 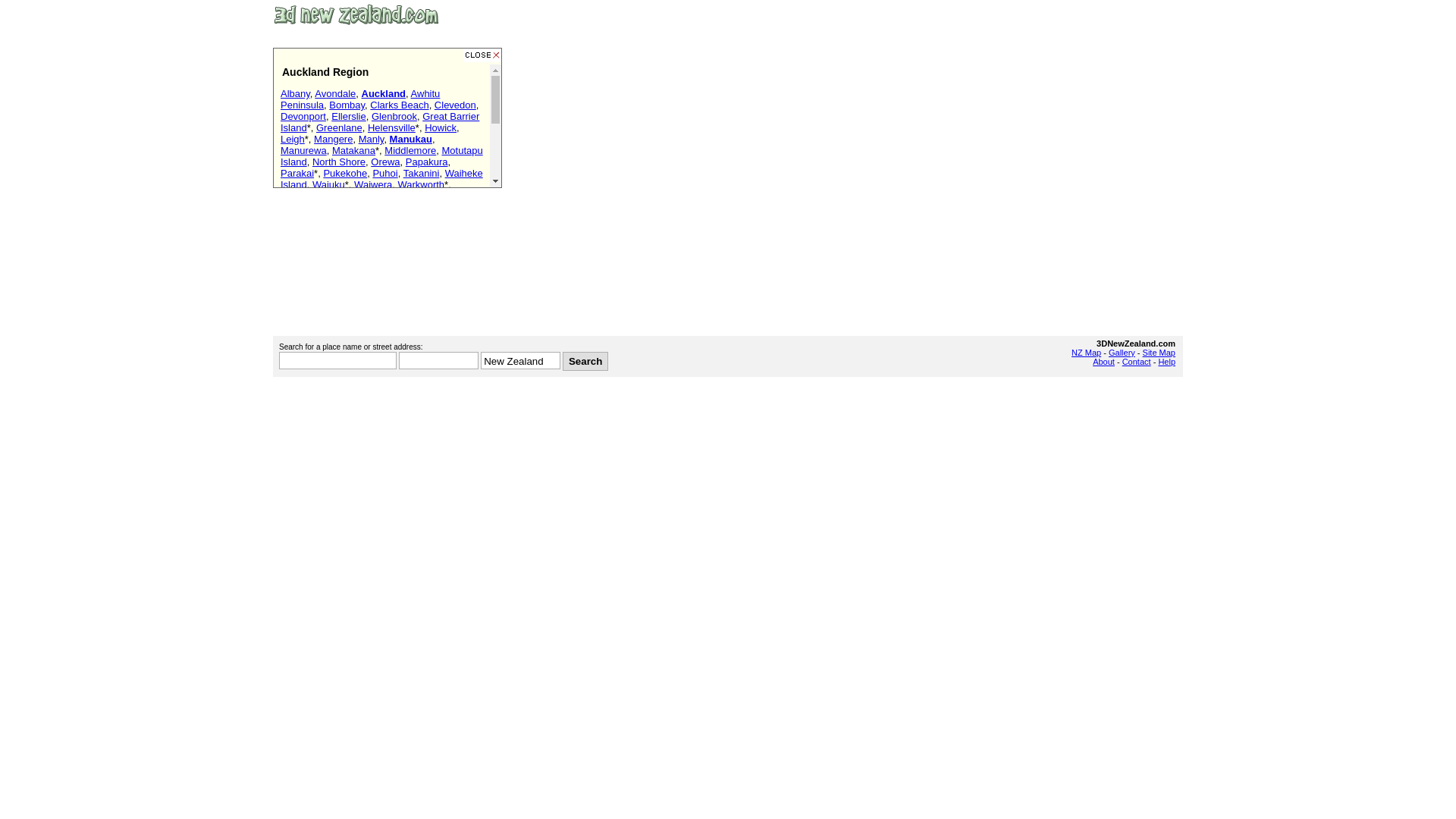 I want to click on 'Howick', so click(x=425, y=127).